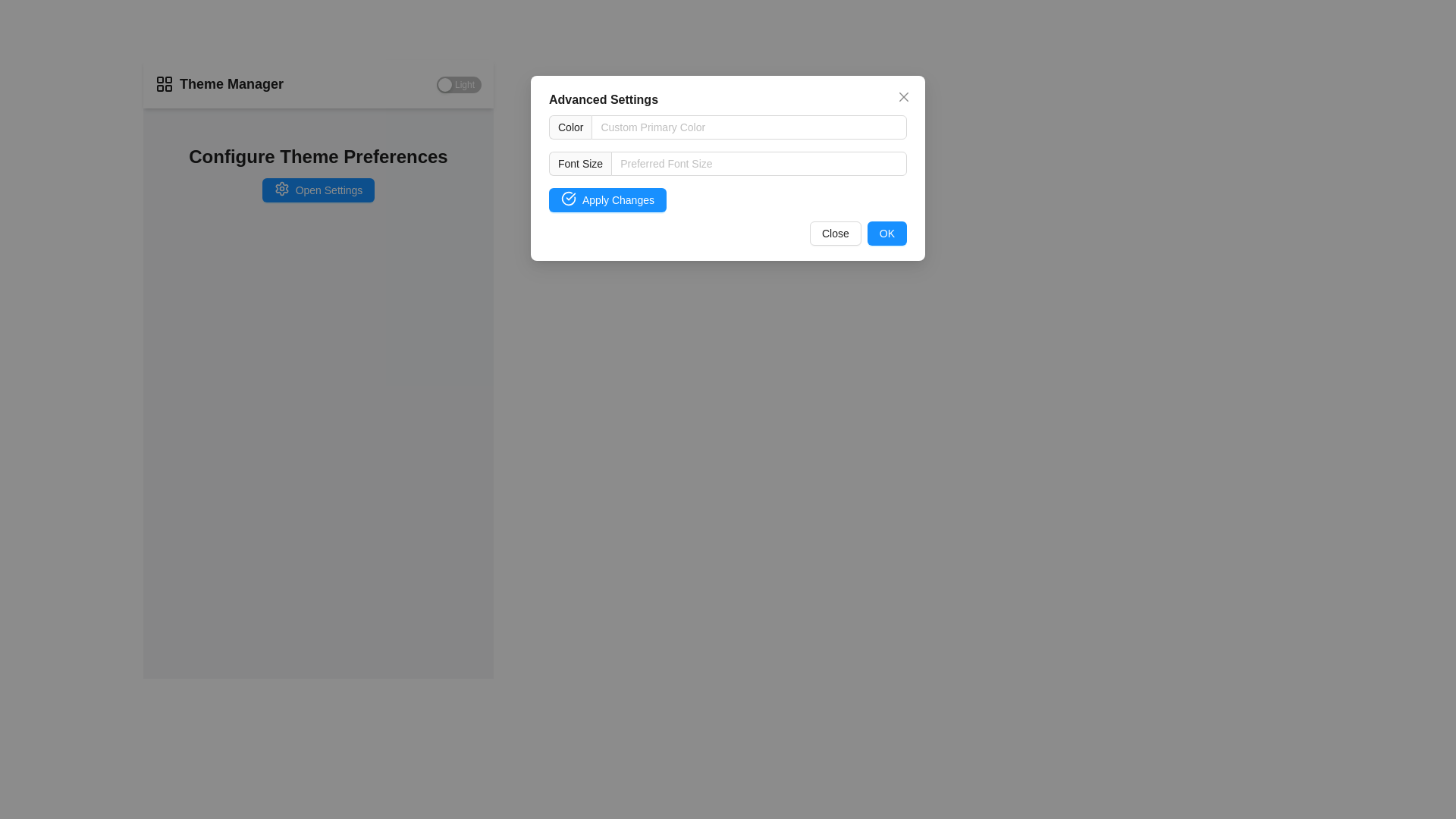  I want to click on the icon located at the left edge of the 'Open Settings' button, so click(281, 189).